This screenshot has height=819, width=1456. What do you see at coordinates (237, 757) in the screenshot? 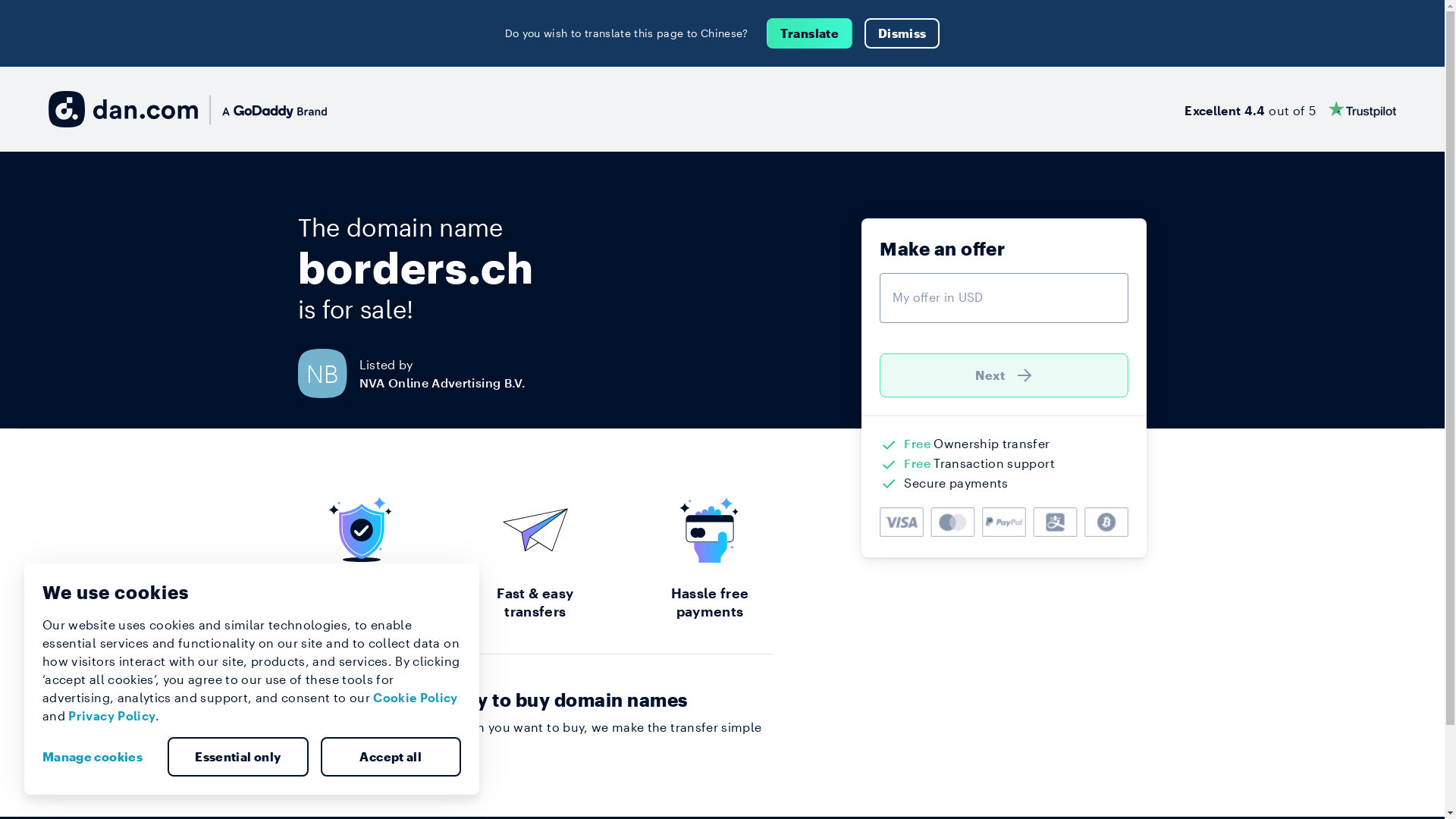
I see `'Essential only'` at bounding box center [237, 757].